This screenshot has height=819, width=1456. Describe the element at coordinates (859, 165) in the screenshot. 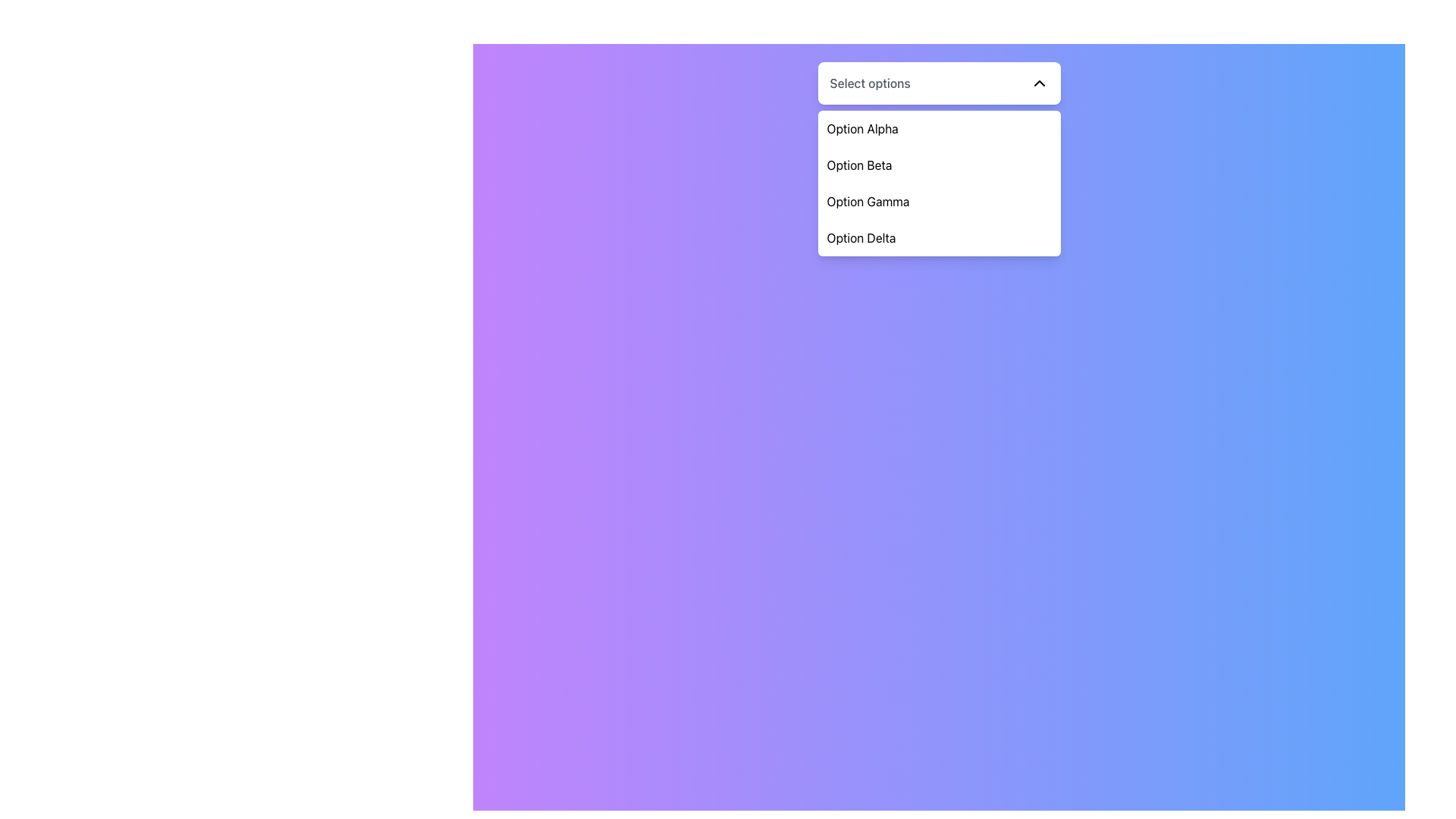

I see `the text label for 'Option Beta' in the dropdown menu` at that location.